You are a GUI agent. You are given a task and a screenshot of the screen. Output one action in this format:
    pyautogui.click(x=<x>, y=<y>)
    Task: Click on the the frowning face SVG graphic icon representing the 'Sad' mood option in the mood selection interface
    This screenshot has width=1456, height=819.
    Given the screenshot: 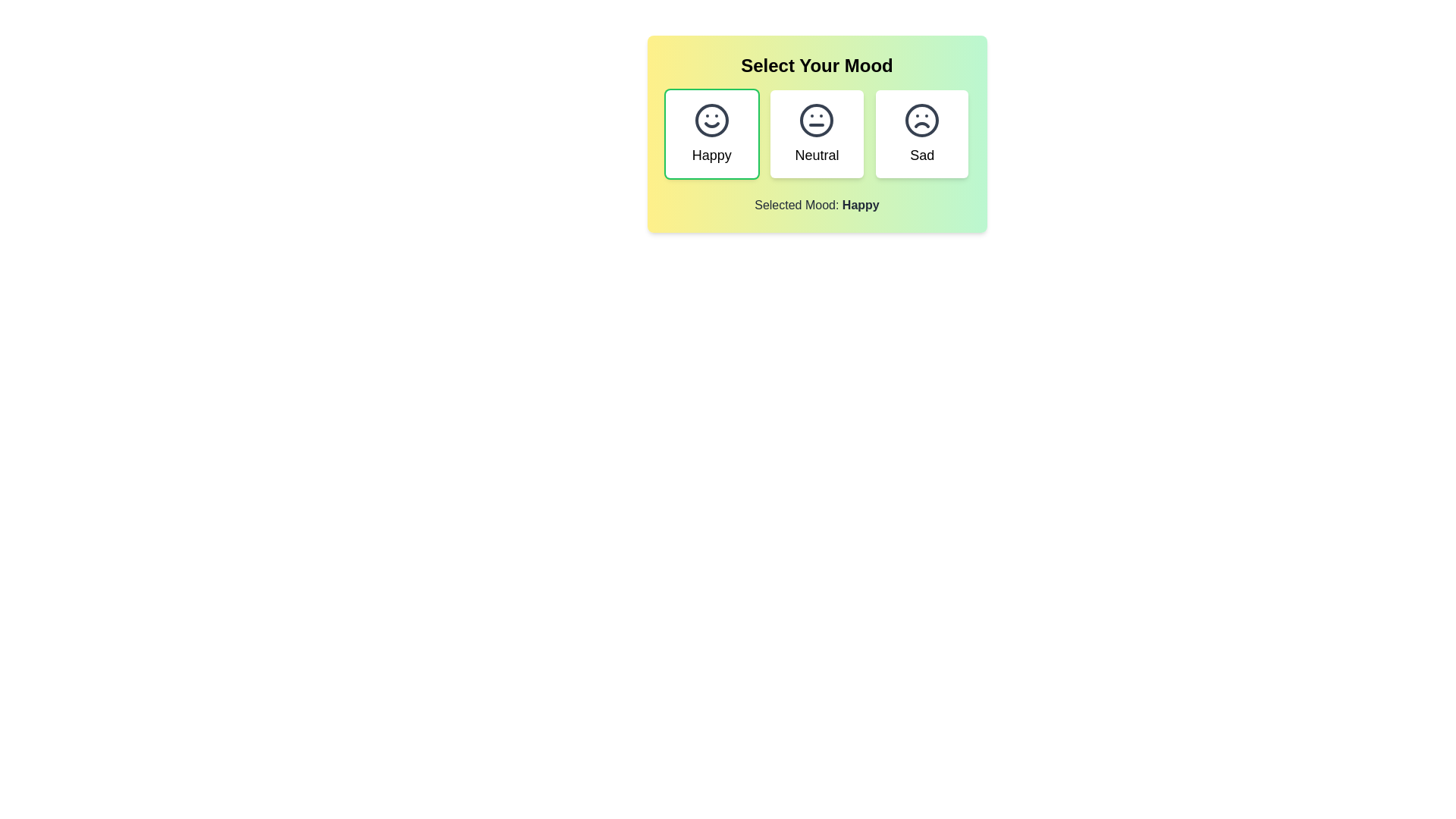 What is the action you would take?
    pyautogui.click(x=921, y=119)
    